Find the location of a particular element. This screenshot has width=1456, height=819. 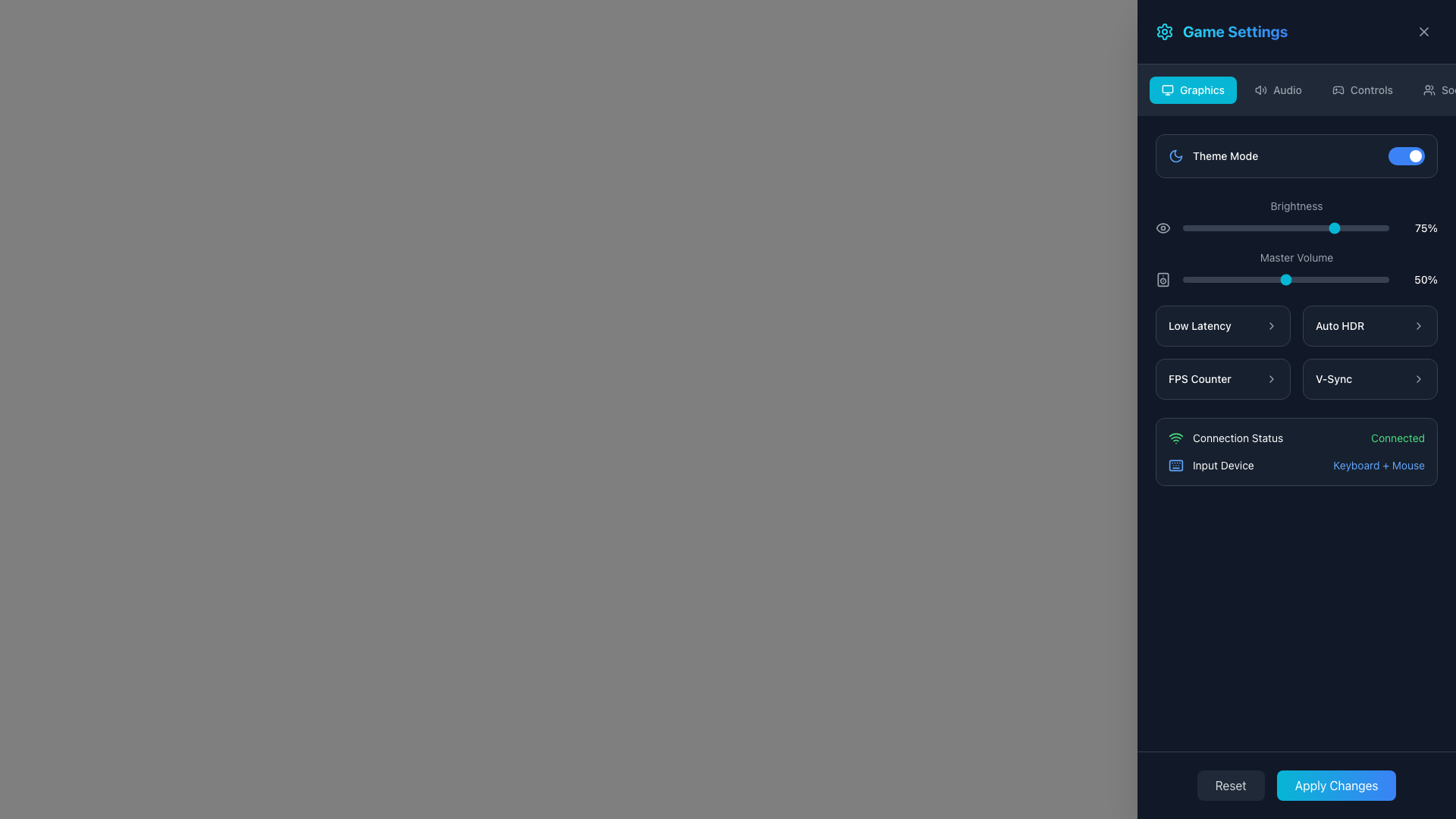

the 'Graphics' category icon located at the top navigation area of the game settings interface is located at coordinates (1167, 90).